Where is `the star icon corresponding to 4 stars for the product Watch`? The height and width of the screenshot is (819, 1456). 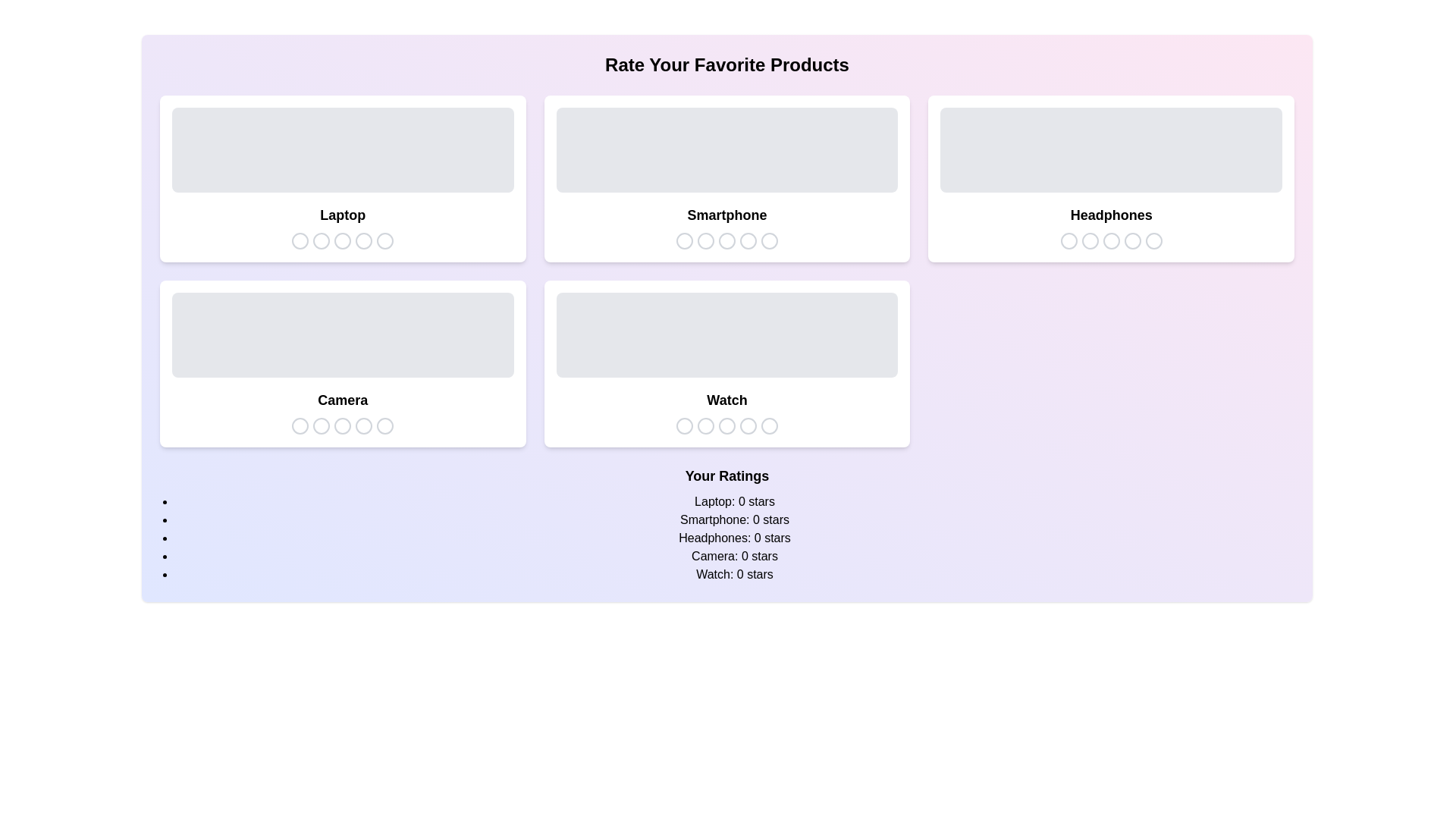
the star icon corresponding to 4 stars for the product Watch is located at coordinates (747, 426).